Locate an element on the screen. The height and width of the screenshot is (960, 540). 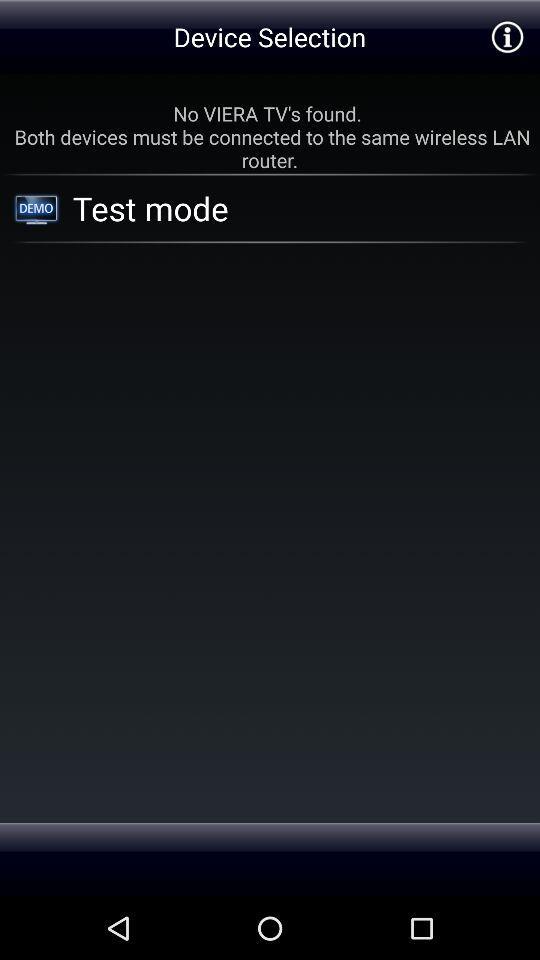
app next to the device selection item is located at coordinates (507, 35).